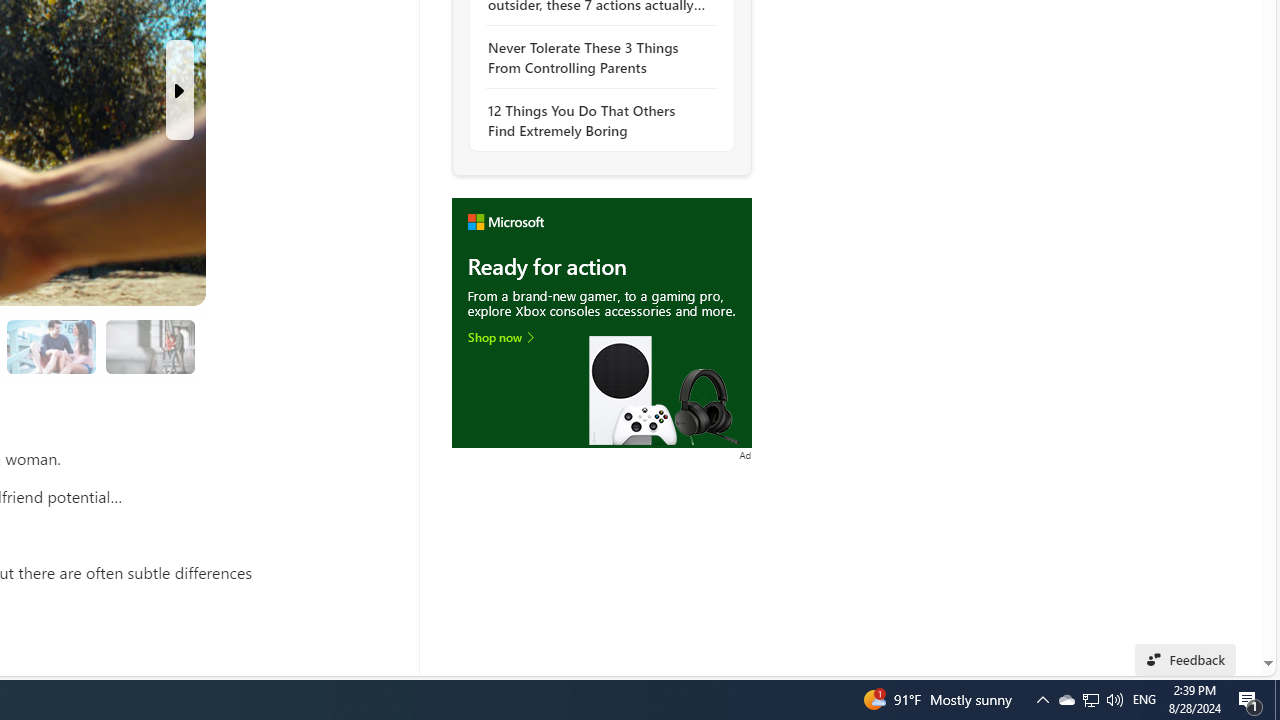 The width and height of the screenshot is (1280, 720). I want to click on '7. She can communicate her needs and wants.', so click(148, 345).